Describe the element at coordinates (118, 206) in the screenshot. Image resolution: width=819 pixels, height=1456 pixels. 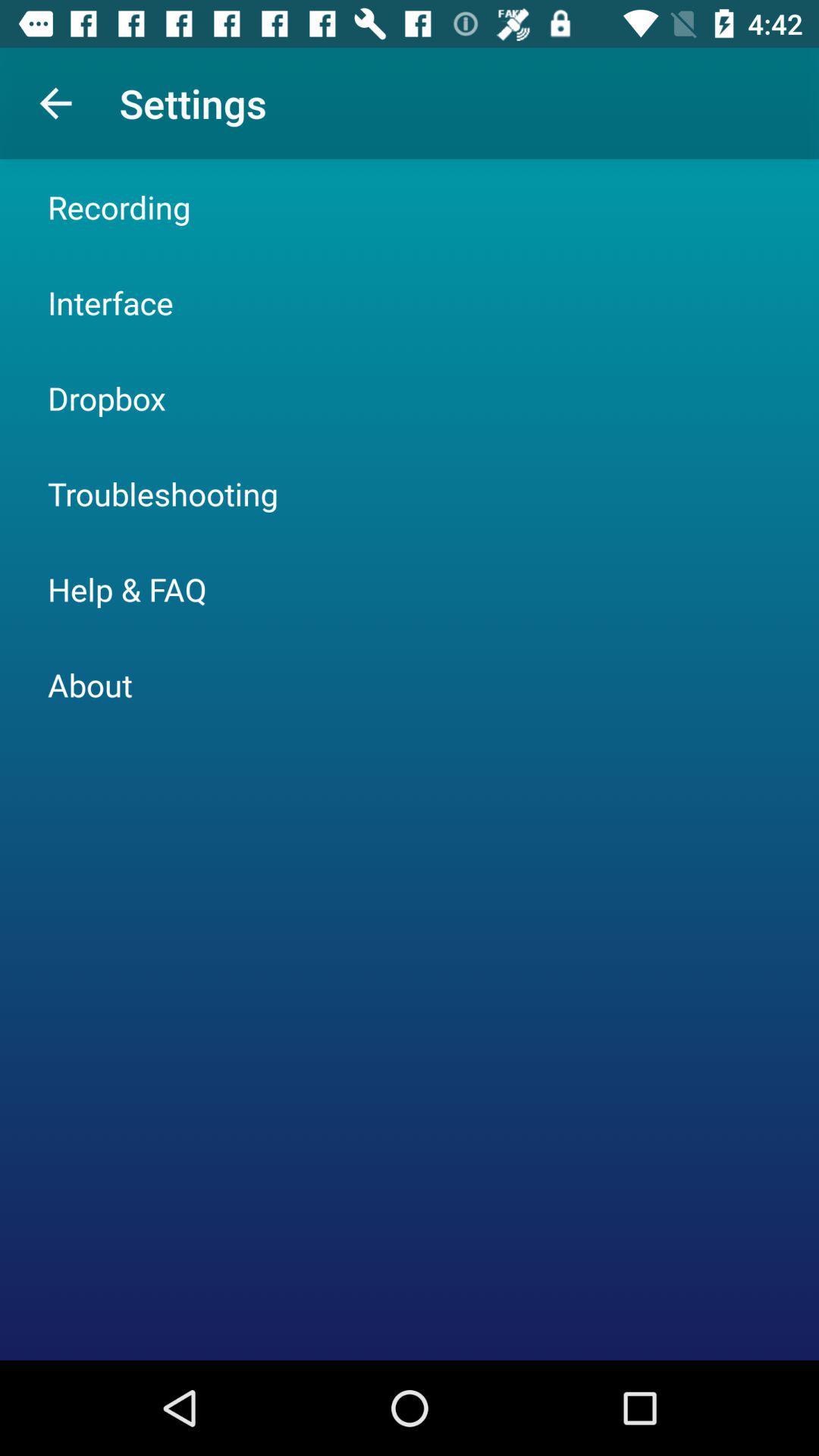
I see `the recording icon` at that location.